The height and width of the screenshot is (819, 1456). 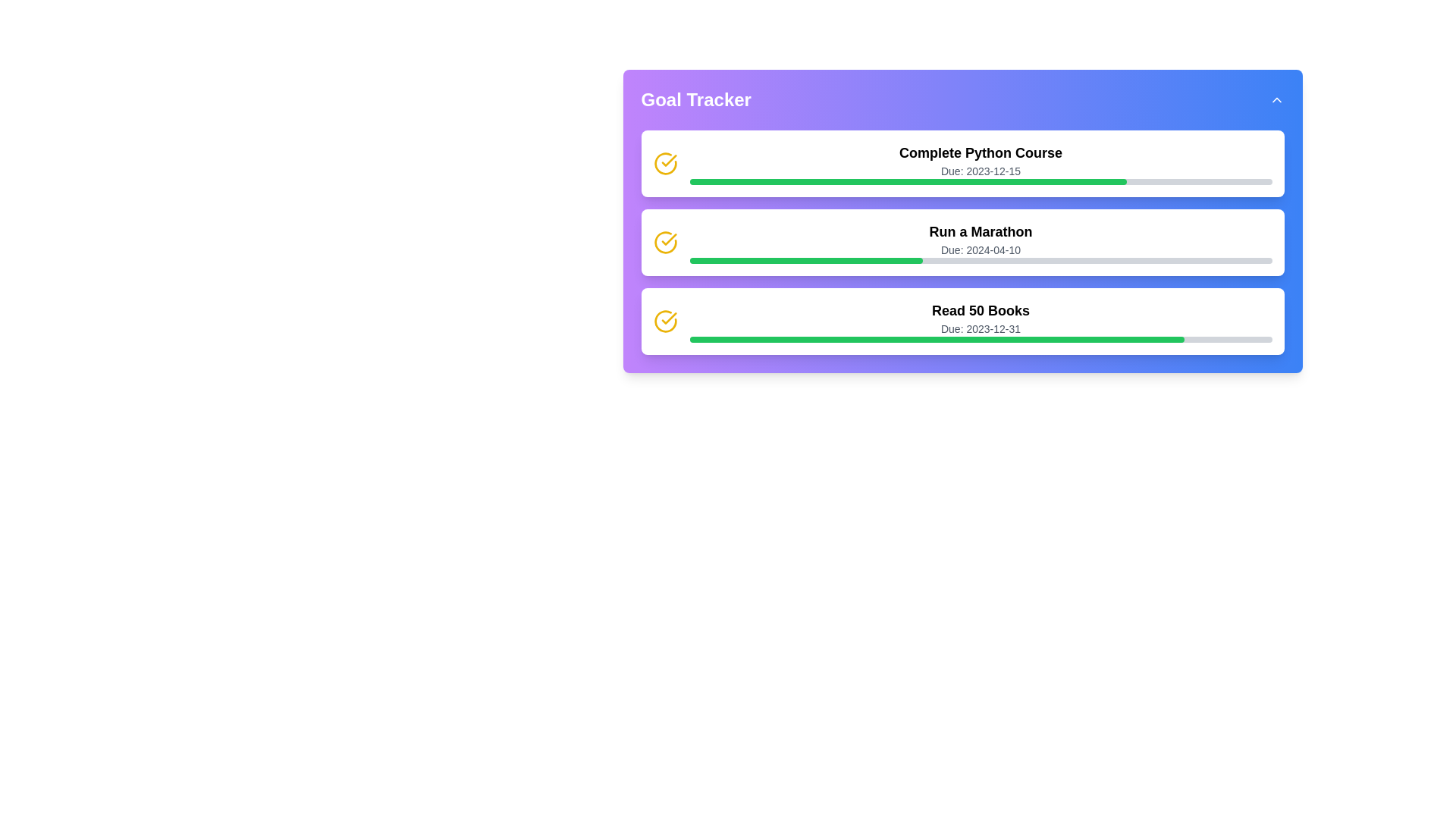 What do you see at coordinates (962, 321) in the screenshot?
I see `the card component titled 'Read 50 Books' which has a white background, rounded corners, and a checkmark icon inside a yellow circle, located in the 'Goal Tracker' section` at bounding box center [962, 321].